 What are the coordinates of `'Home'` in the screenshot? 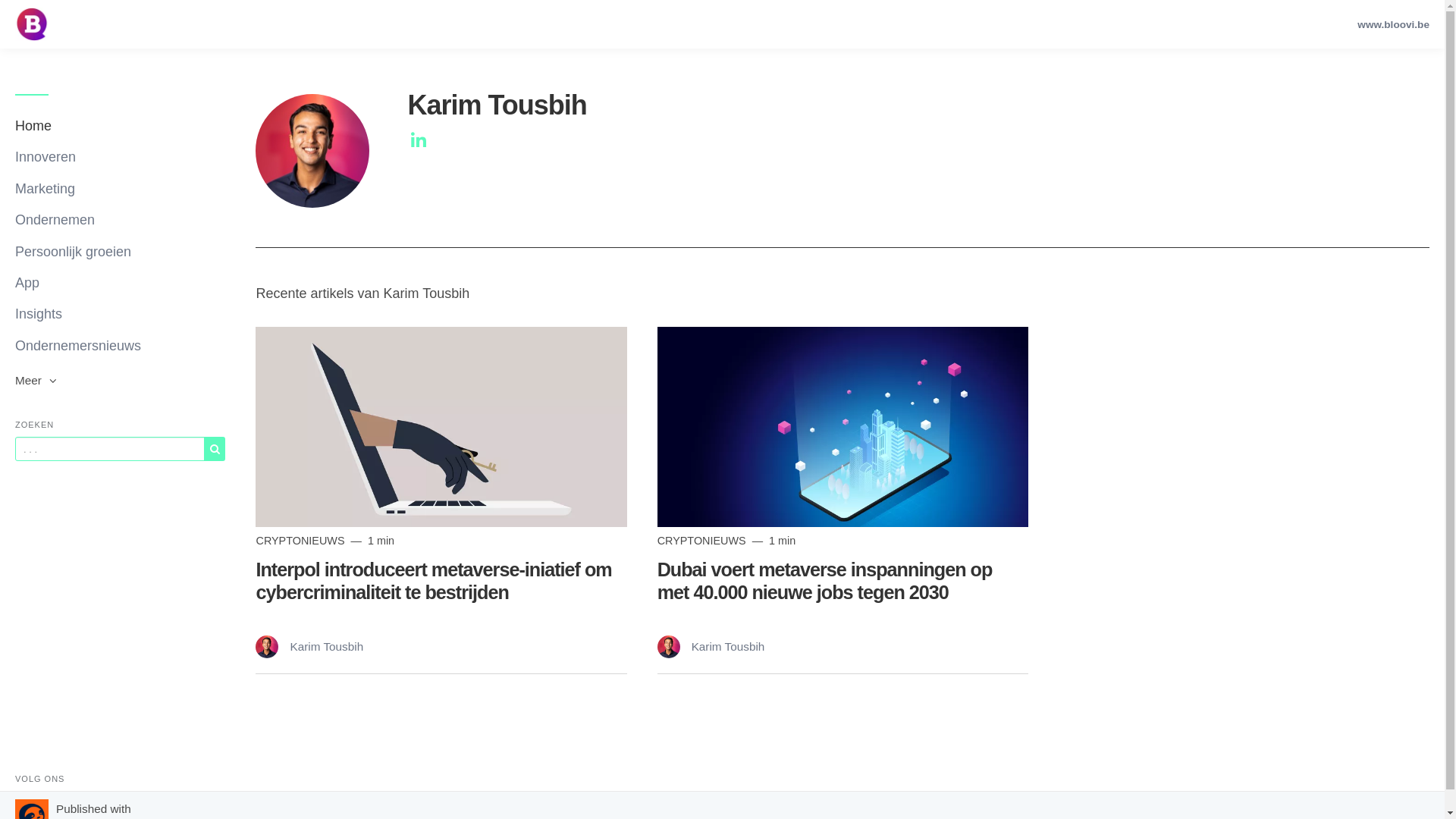 It's located at (119, 125).